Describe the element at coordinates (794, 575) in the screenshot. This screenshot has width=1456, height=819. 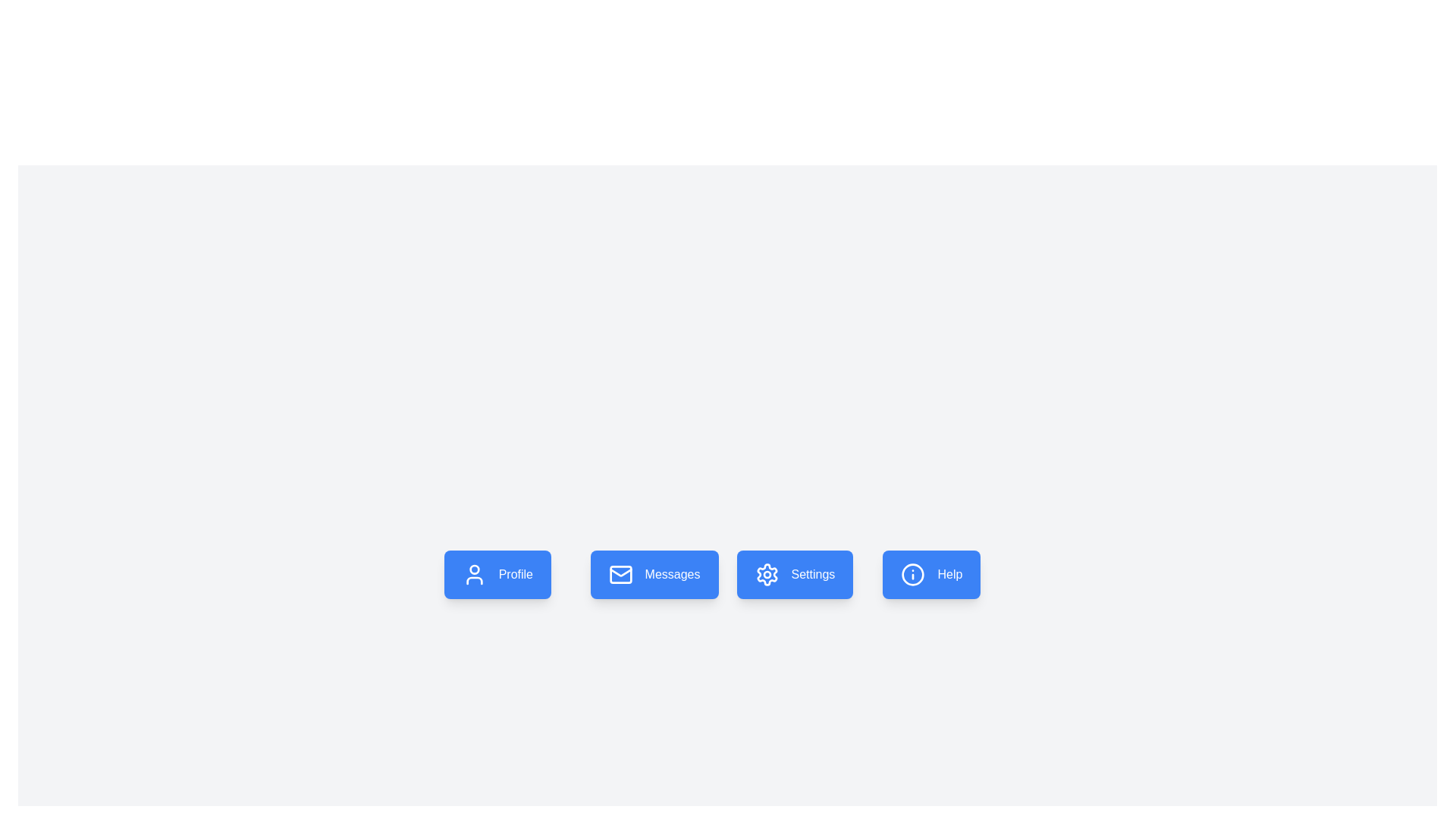
I see `the blue rectangular 'Settings' button with rounded corners and a gear icon to visualize its hover state` at that location.